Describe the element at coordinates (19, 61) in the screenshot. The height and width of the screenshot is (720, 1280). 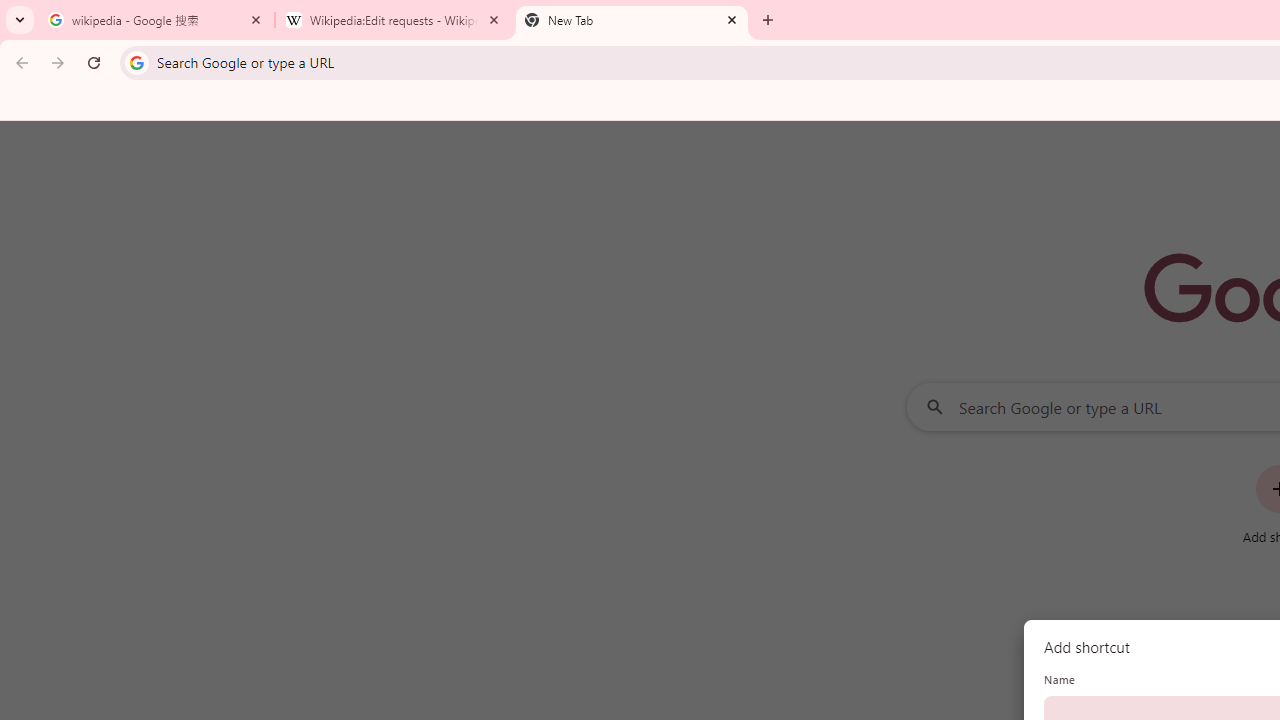
I see `'Back'` at that location.